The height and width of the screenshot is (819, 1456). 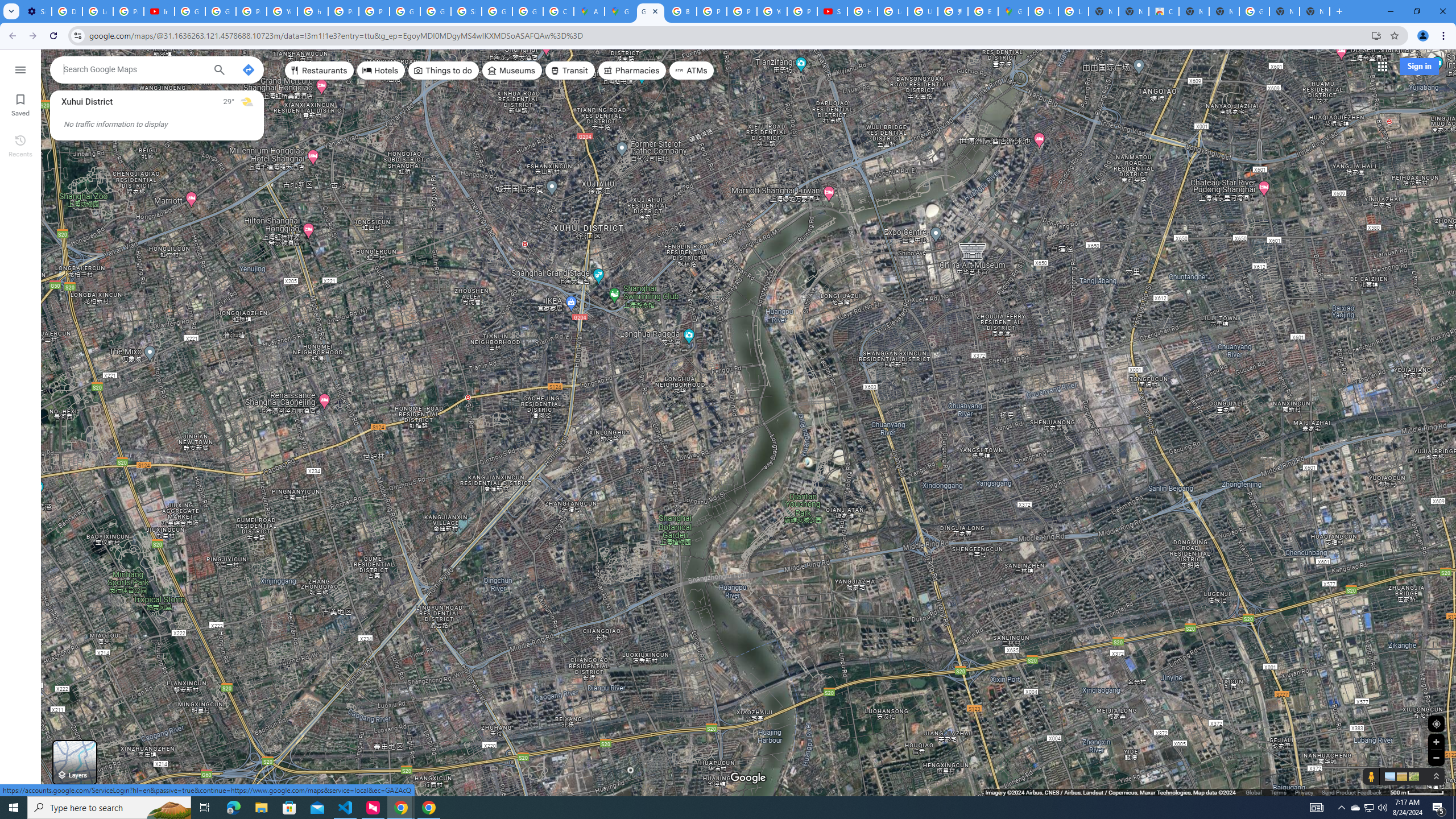 What do you see at coordinates (619, 11) in the screenshot?
I see `'Google Maps'` at bounding box center [619, 11].